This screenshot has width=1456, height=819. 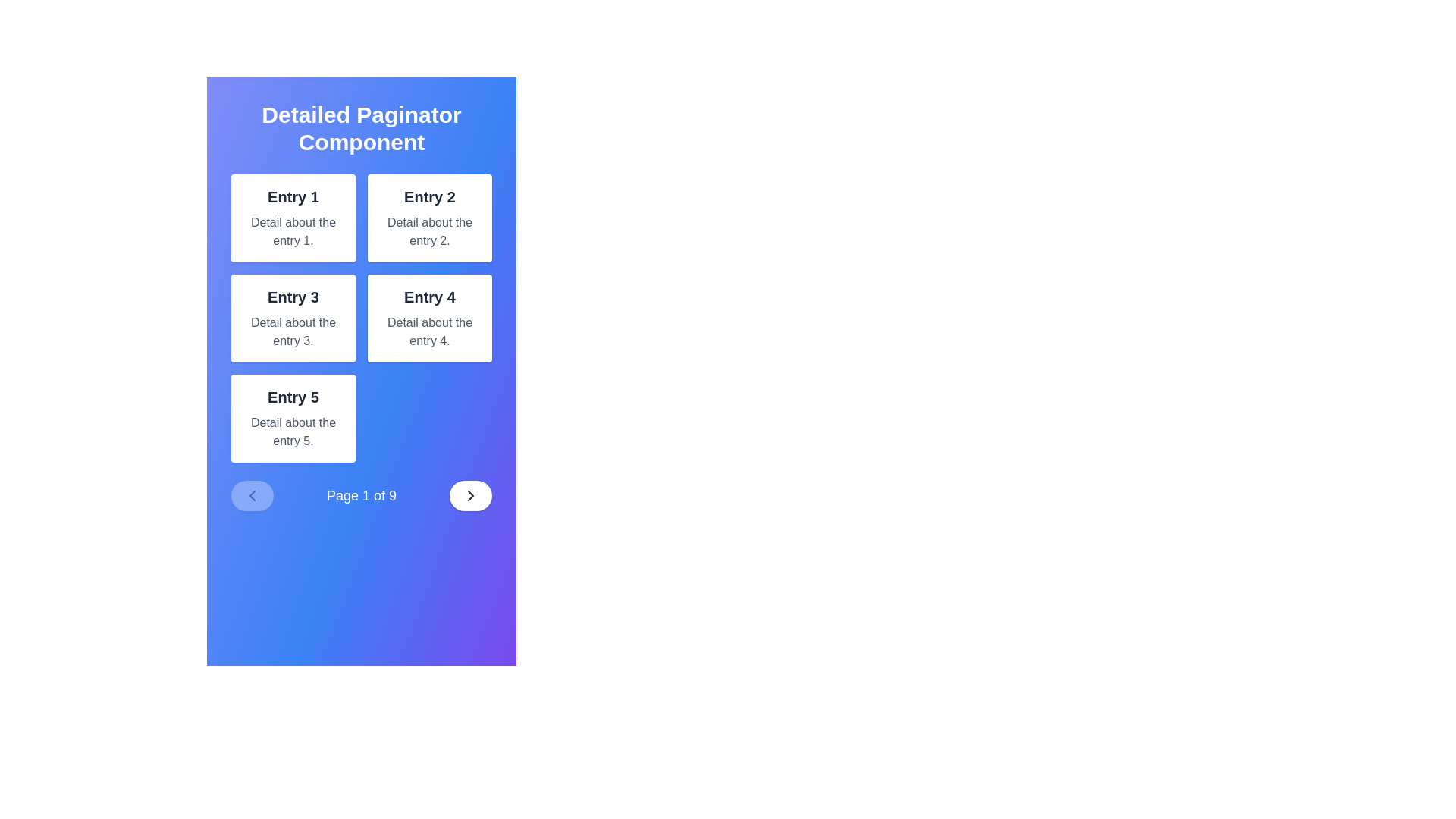 I want to click on the text label indicating the current page number and total number of pages in the pagination component, which is centrally positioned at the bottom of the interface, so click(x=360, y=496).